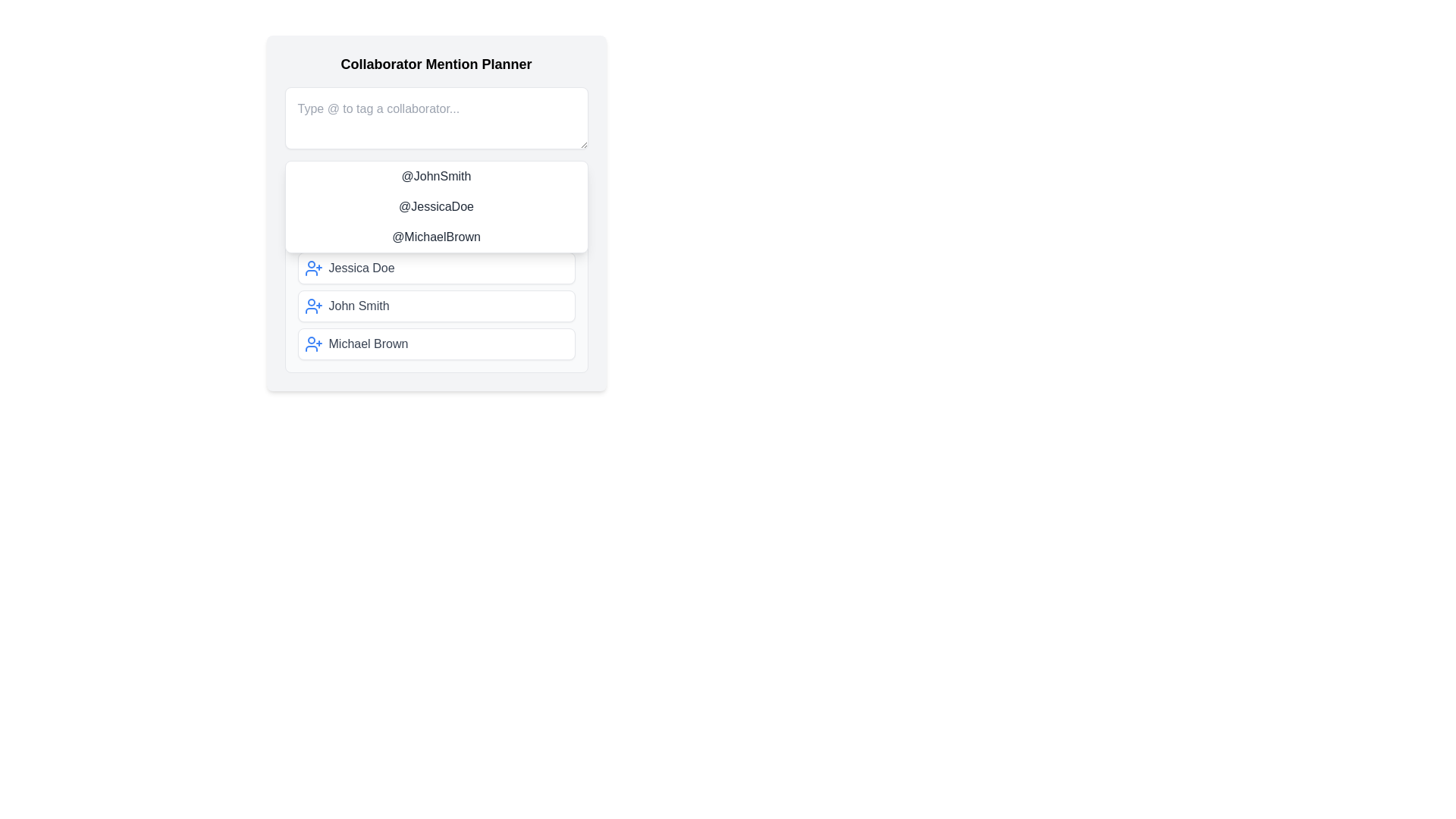 The width and height of the screenshot is (1456, 819). I want to click on the interactive text label '@JessicaDoe' in the dropdown menu, so click(435, 207).